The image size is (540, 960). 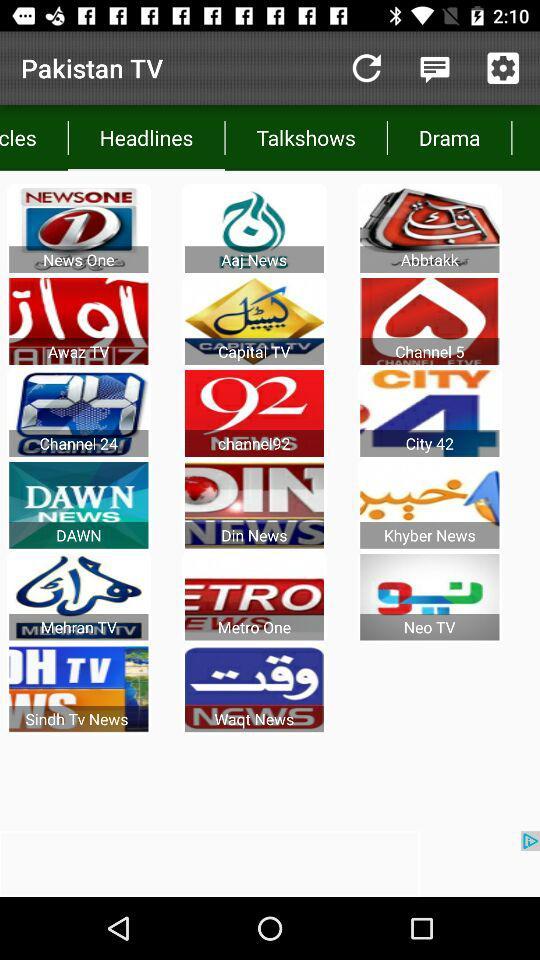 I want to click on refresh page, so click(x=365, y=68).